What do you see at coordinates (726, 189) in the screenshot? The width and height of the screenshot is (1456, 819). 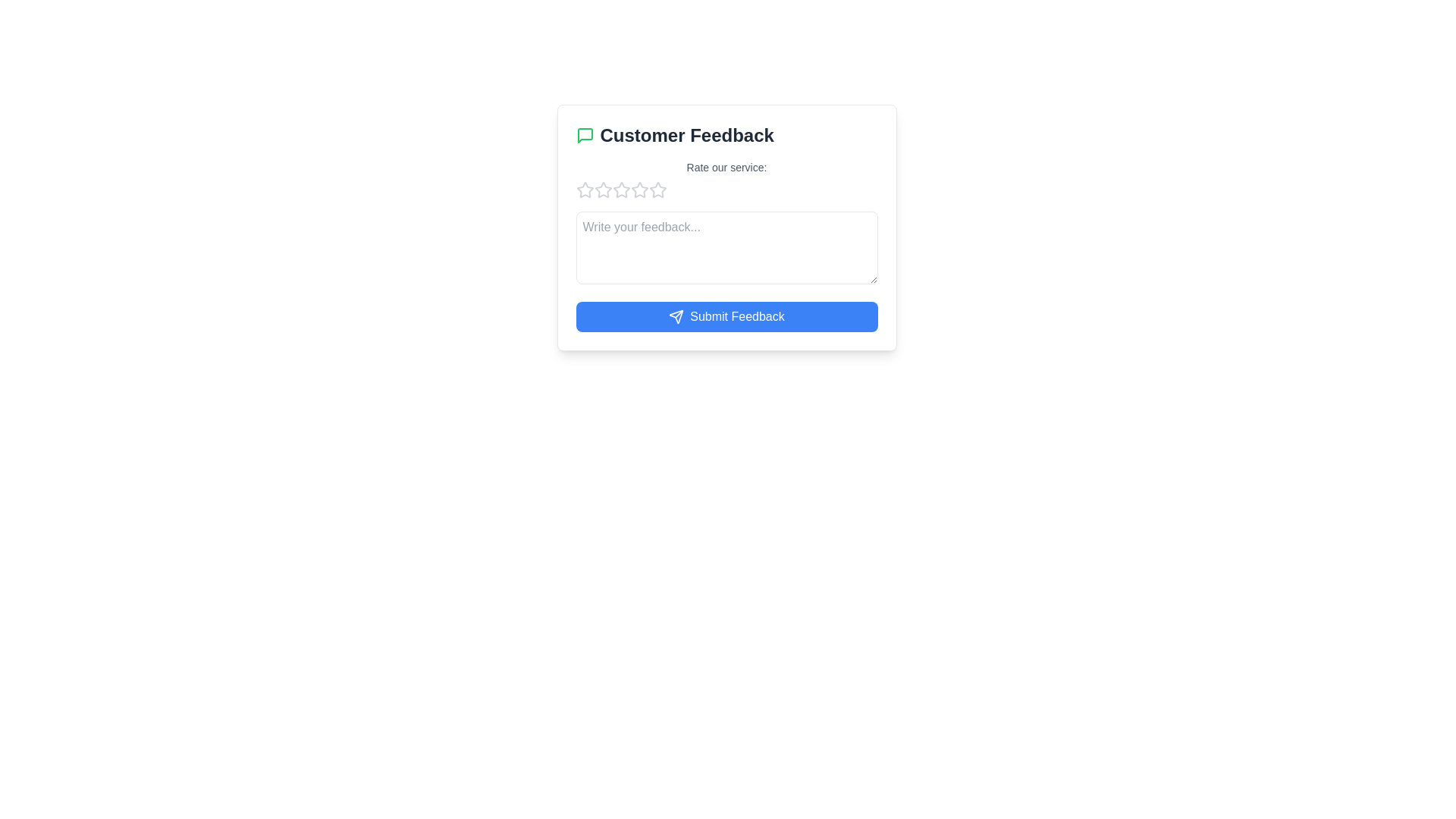 I see `one of the star icons in the Rating widget to indicate a rating for the service, which is centered beneath the title 'Rate our service'` at bounding box center [726, 189].